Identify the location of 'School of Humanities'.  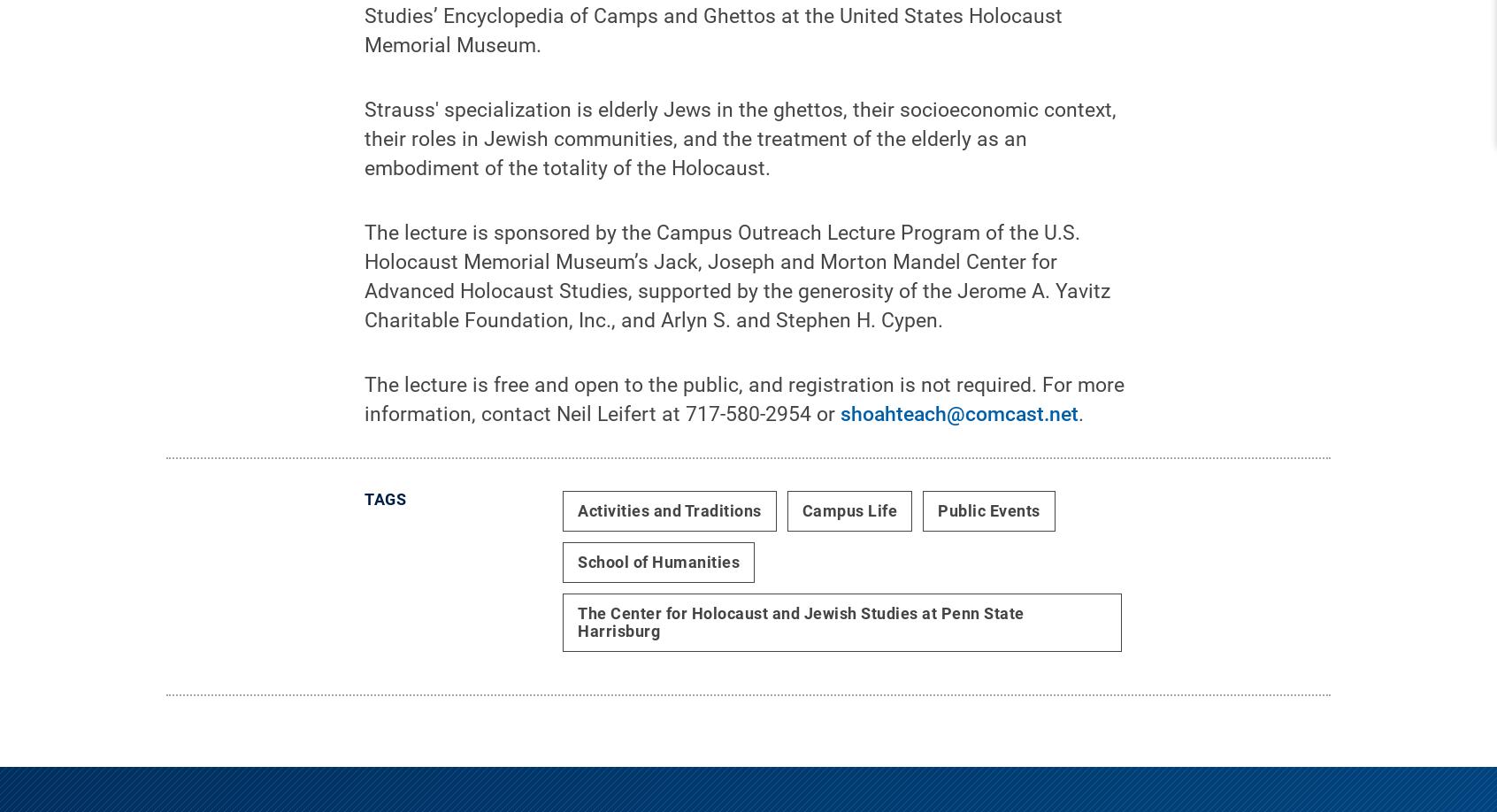
(577, 575).